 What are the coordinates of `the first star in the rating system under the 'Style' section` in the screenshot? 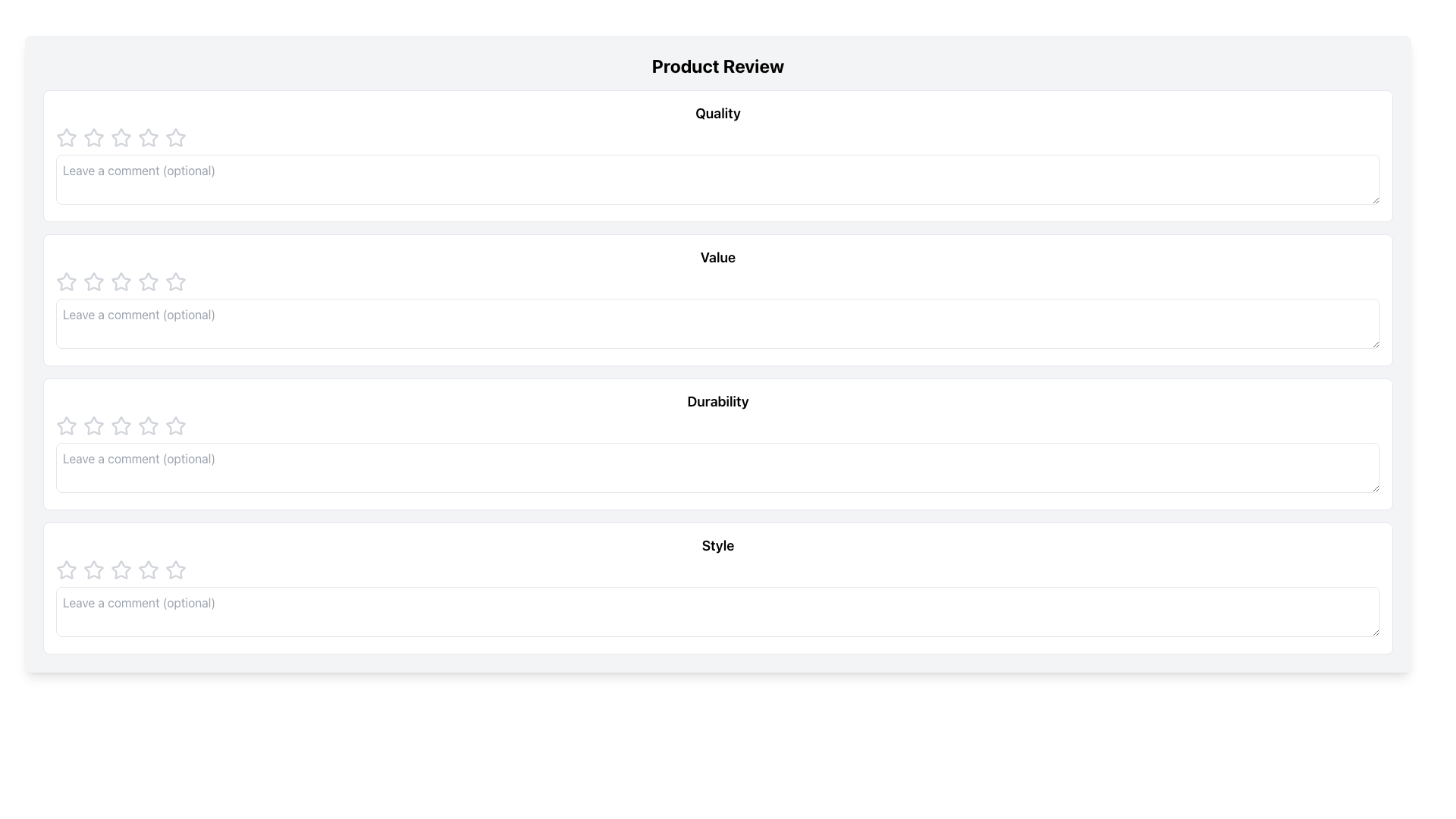 It's located at (175, 570).